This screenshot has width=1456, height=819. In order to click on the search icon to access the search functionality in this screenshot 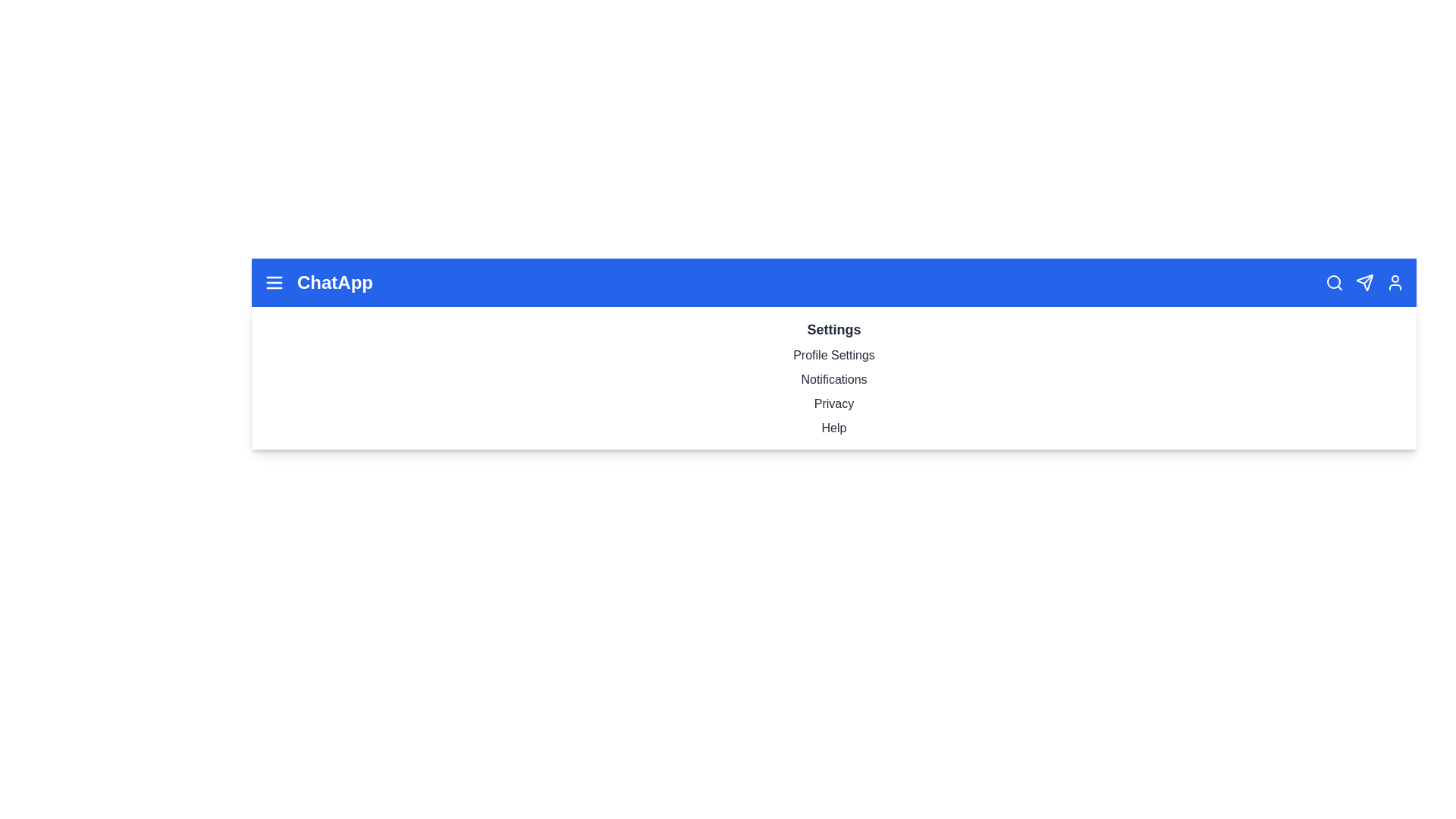, I will do `click(1335, 283)`.